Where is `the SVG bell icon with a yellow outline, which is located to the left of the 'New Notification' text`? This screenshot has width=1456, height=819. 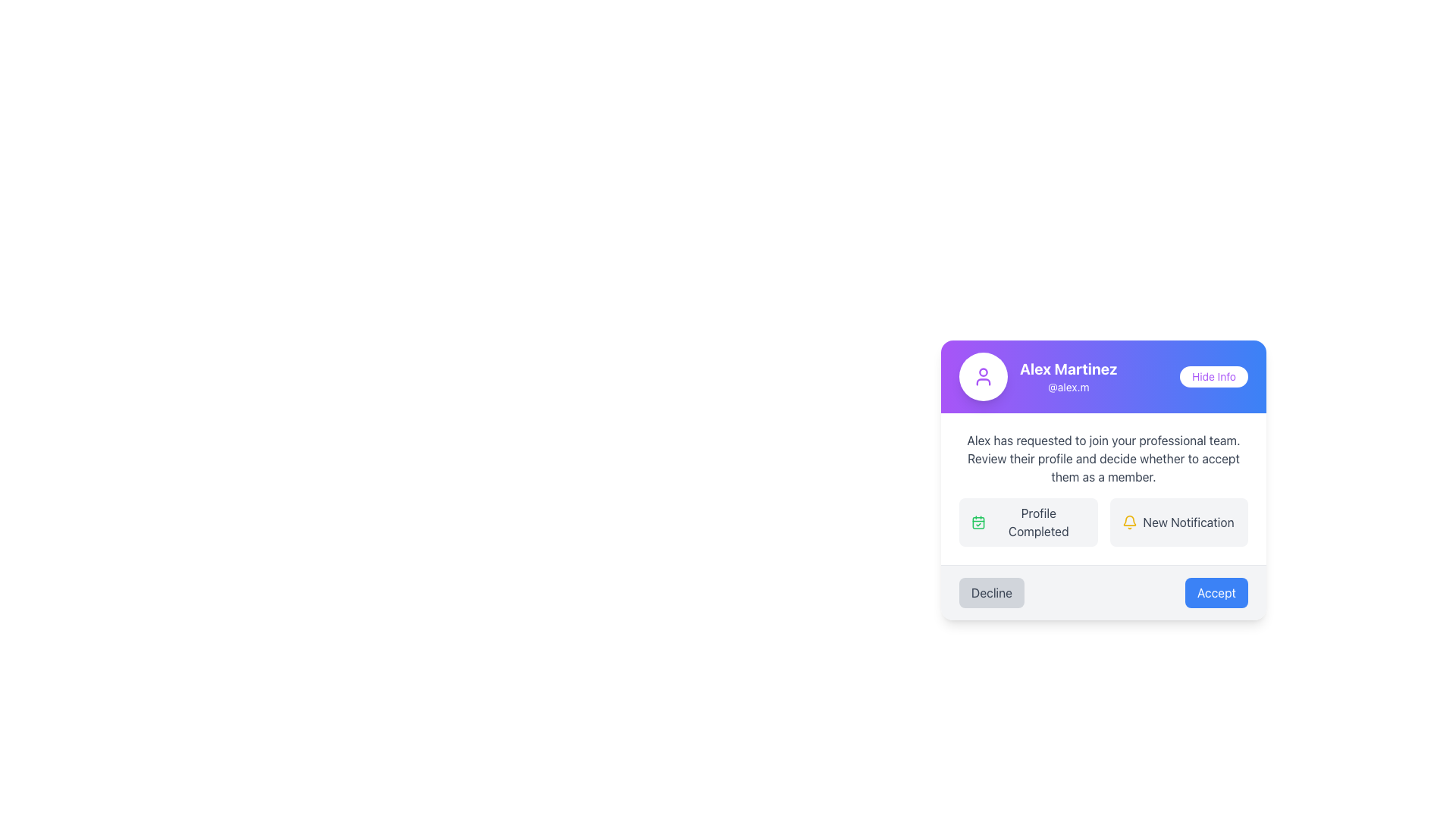
the SVG bell icon with a yellow outline, which is located to the left of the 'New Notification' text is located at coordinates (1129, 522).